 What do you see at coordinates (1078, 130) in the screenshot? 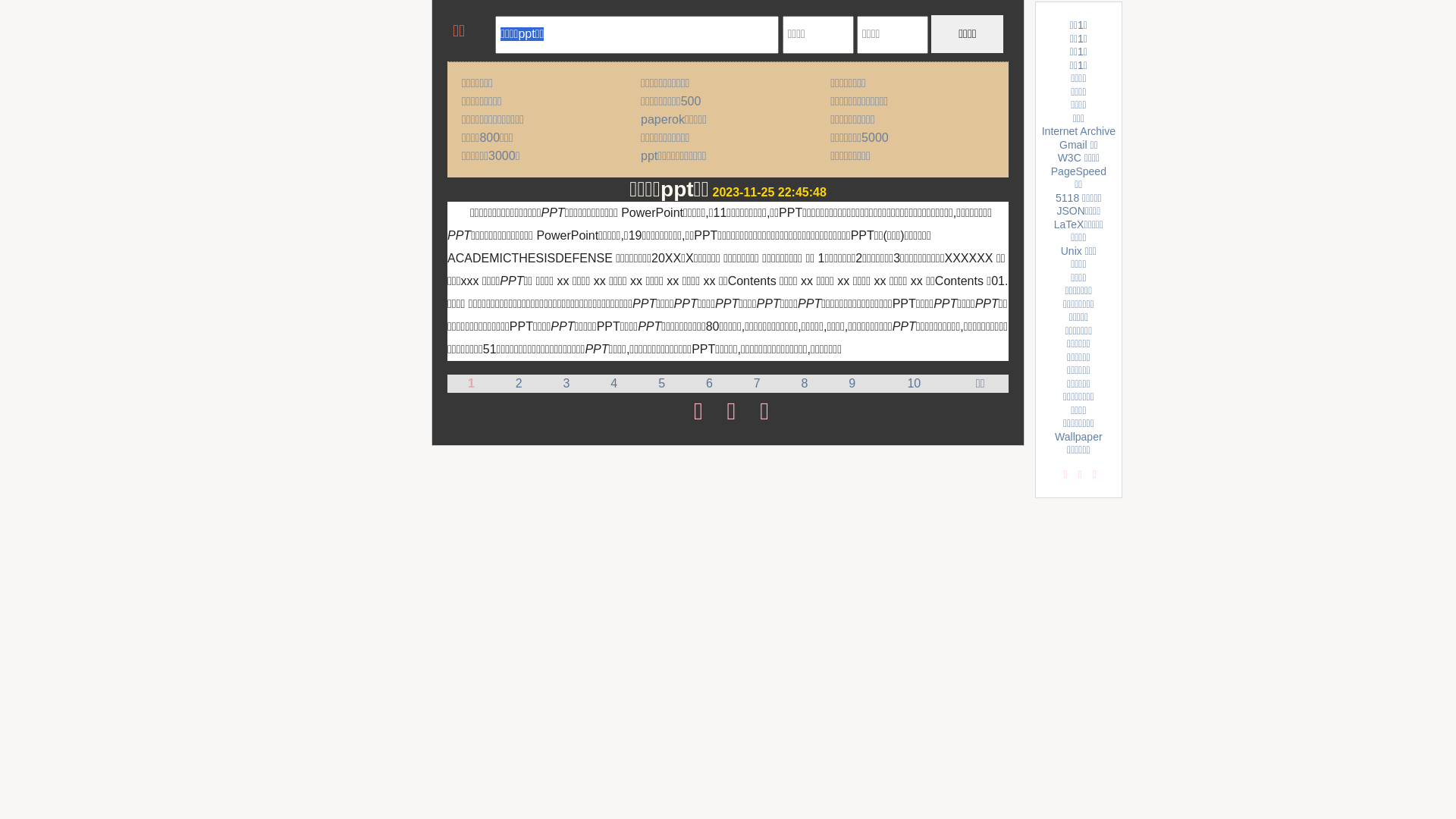
I see `'Internet Archive'` at bounding box center [1078, 130].